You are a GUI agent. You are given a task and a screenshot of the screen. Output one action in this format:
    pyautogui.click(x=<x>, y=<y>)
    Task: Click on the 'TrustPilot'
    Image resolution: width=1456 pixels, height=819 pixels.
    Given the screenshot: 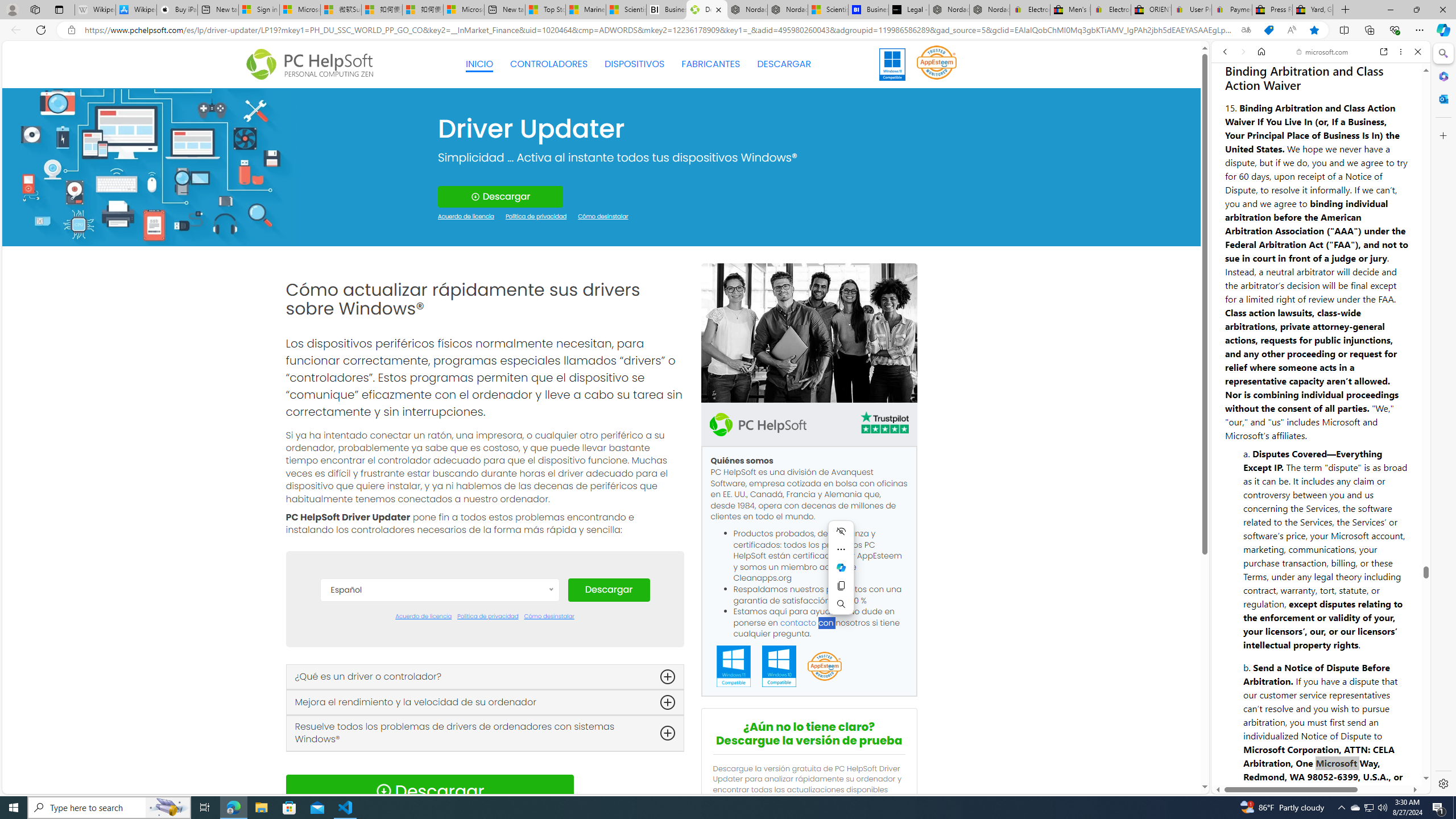 What is the action you would take?
    pyautogui.click(x=884, y=424)
    